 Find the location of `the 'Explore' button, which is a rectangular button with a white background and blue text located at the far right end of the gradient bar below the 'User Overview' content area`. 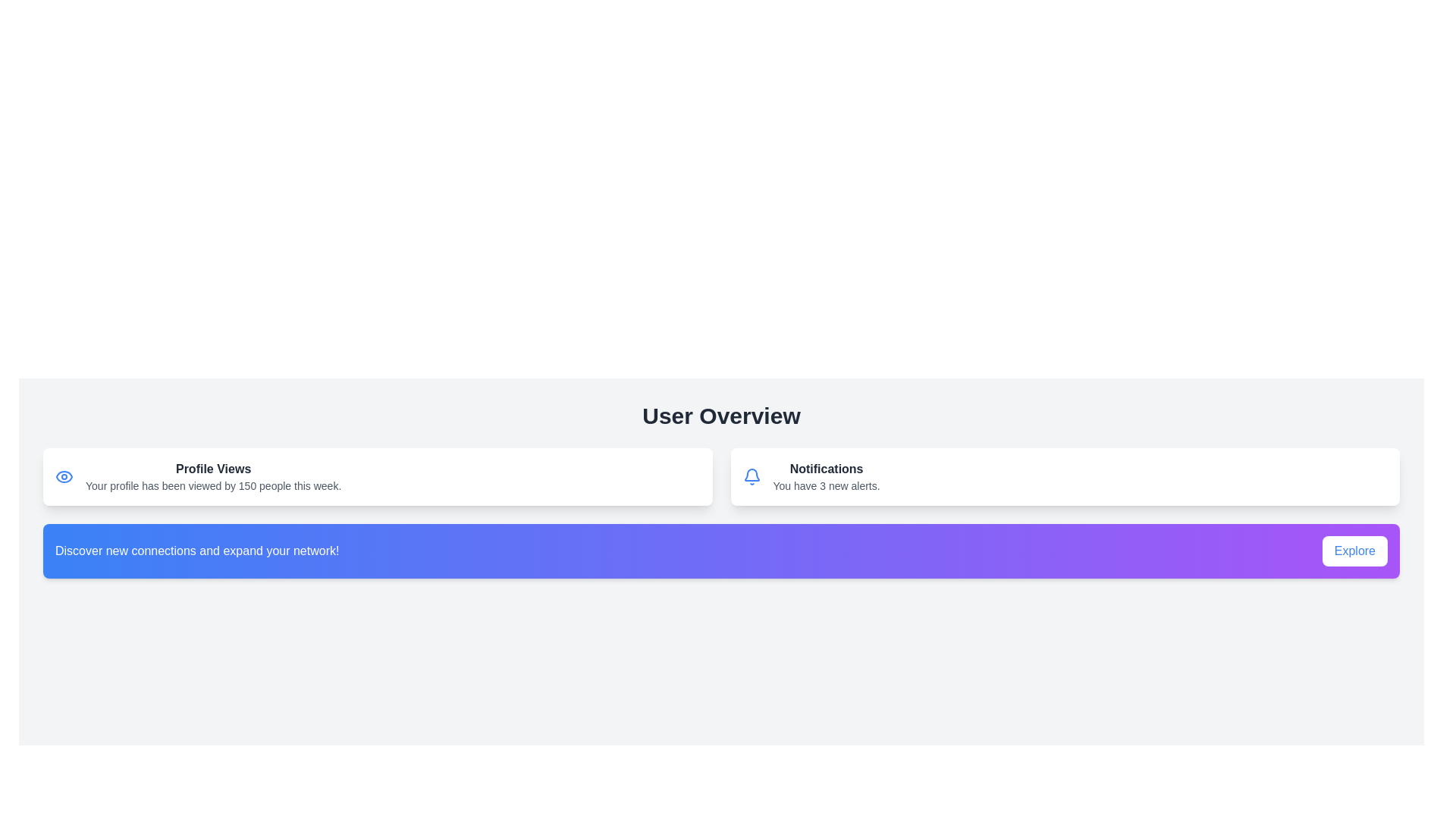

the 'Explore' button, which is a rectangular button with a white background and blue text located at the far right end of the gradient bar below the 'User Overview' content area is located at coordinates (1354, 551).